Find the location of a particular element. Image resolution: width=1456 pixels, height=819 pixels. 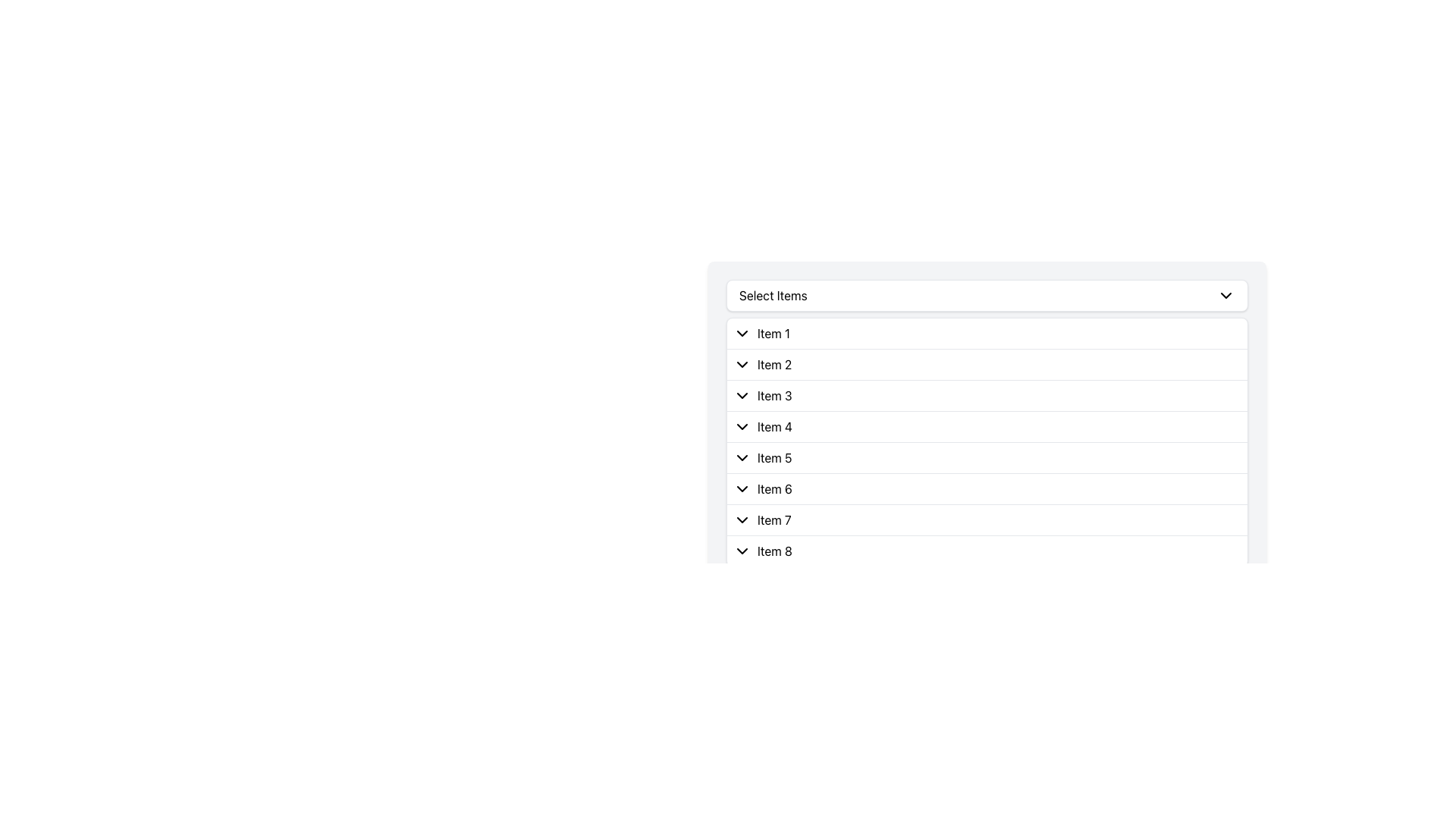

the list item labeled 'Item 2' is located at coordinates (987, 363).